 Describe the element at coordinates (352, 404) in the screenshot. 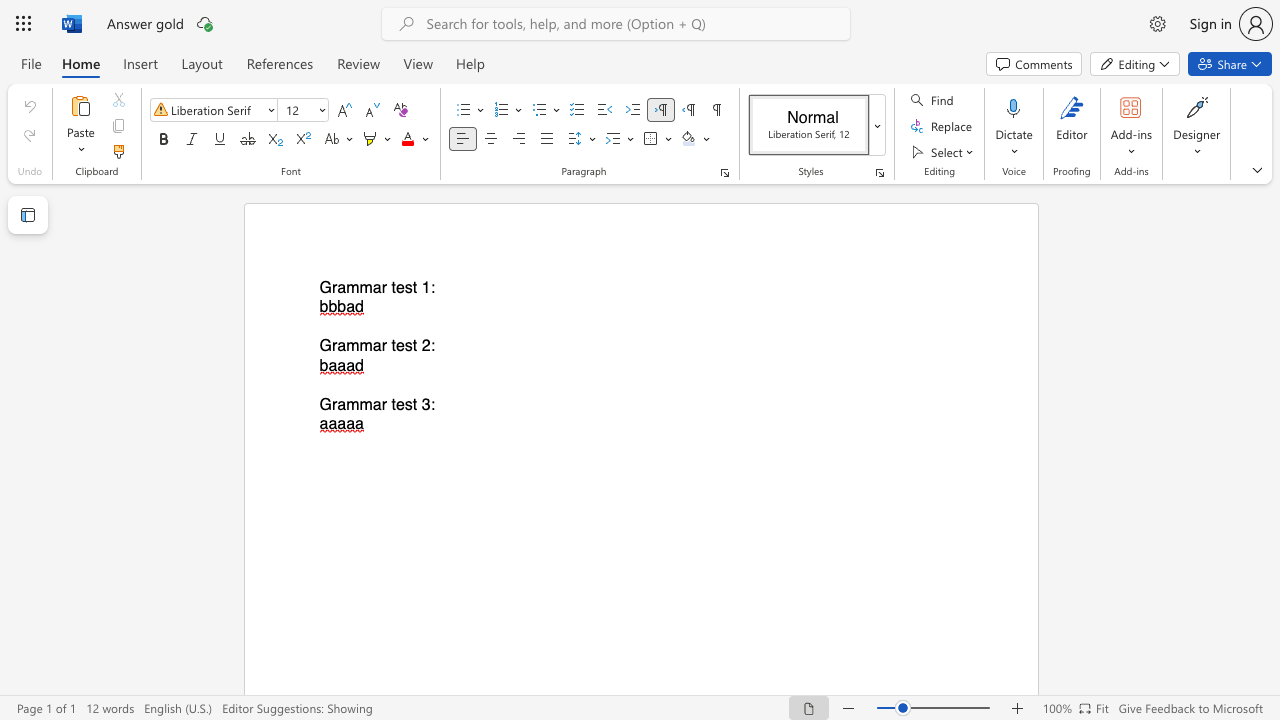

I see `the 1th character "m" in the text` at that location.